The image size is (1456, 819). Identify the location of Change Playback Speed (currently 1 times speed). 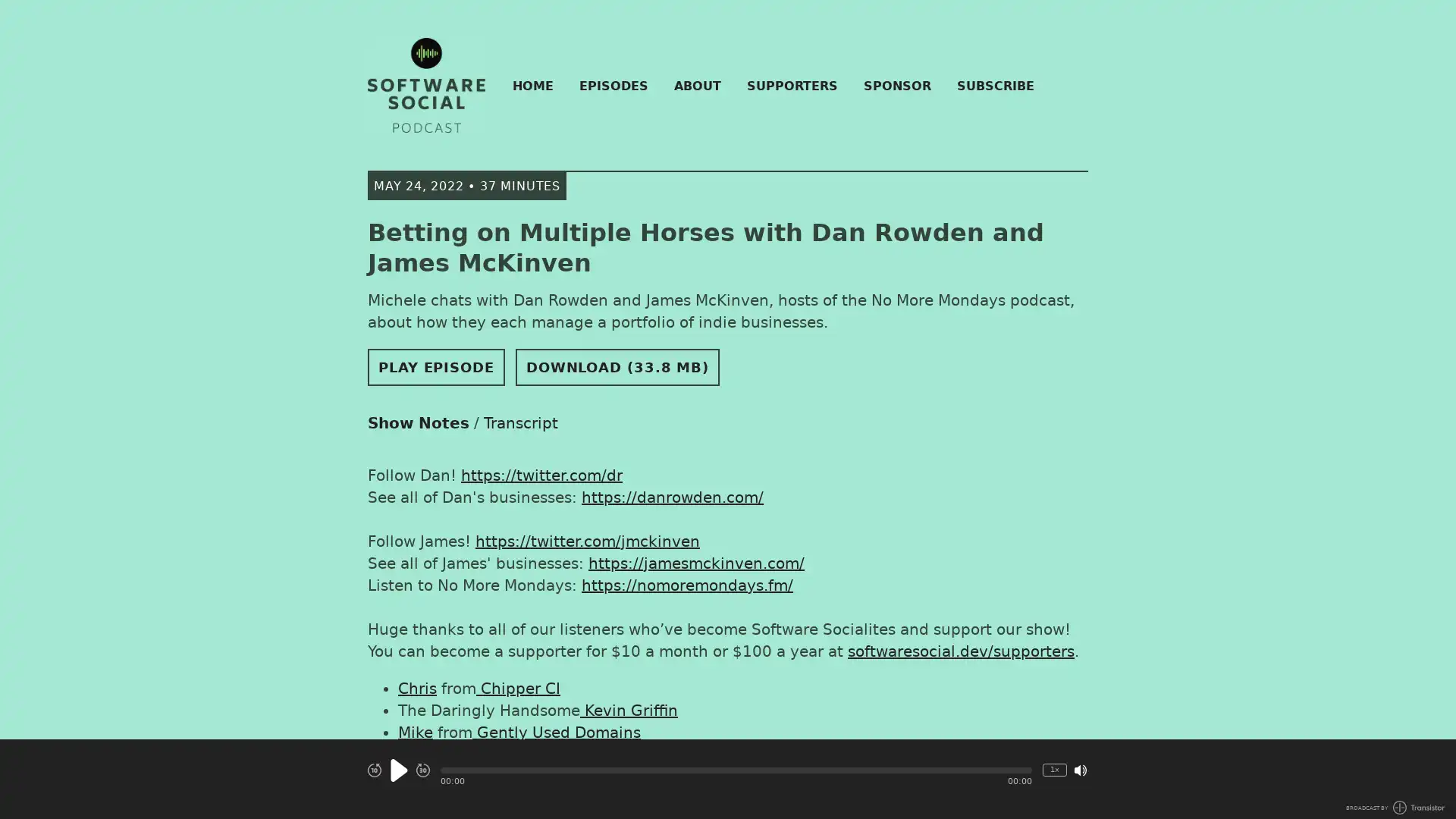
(1054, 769).